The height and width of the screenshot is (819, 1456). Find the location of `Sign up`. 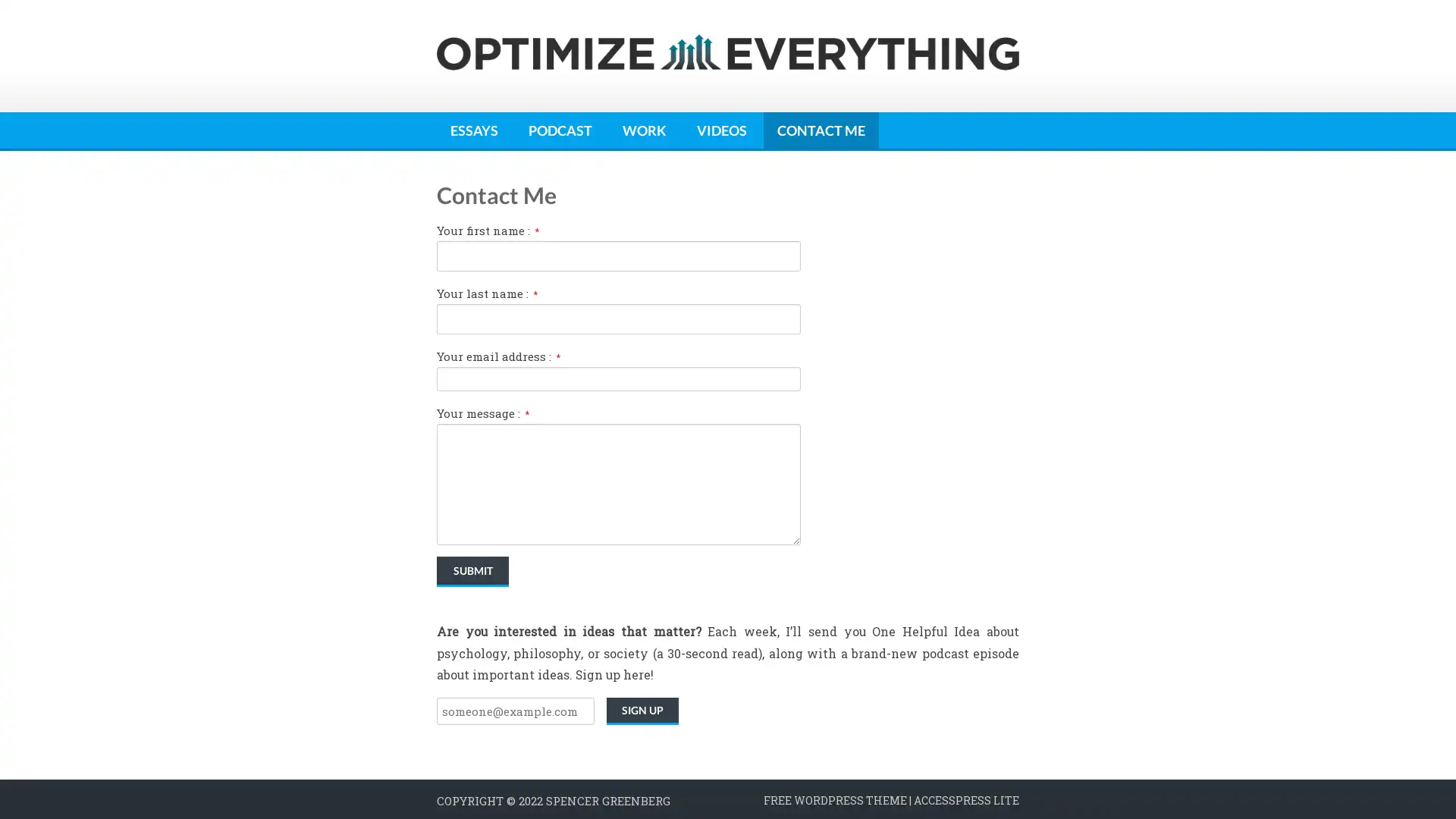

Sign up is located at coordinates (642, 711).